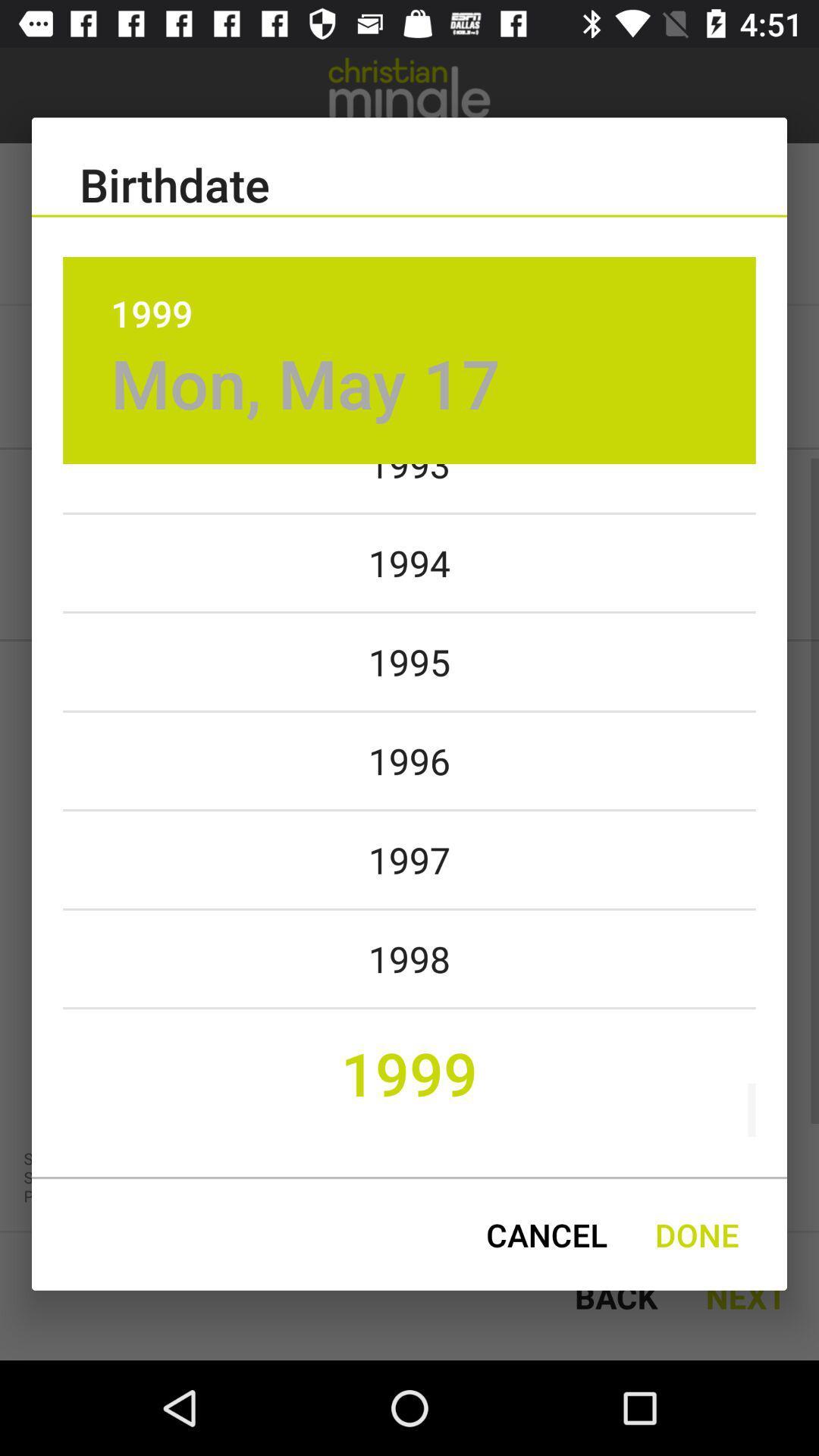 The width and height of the screenshot is (819, 1456). I want to click on the icon below the 1999 item, so click(306, 383).